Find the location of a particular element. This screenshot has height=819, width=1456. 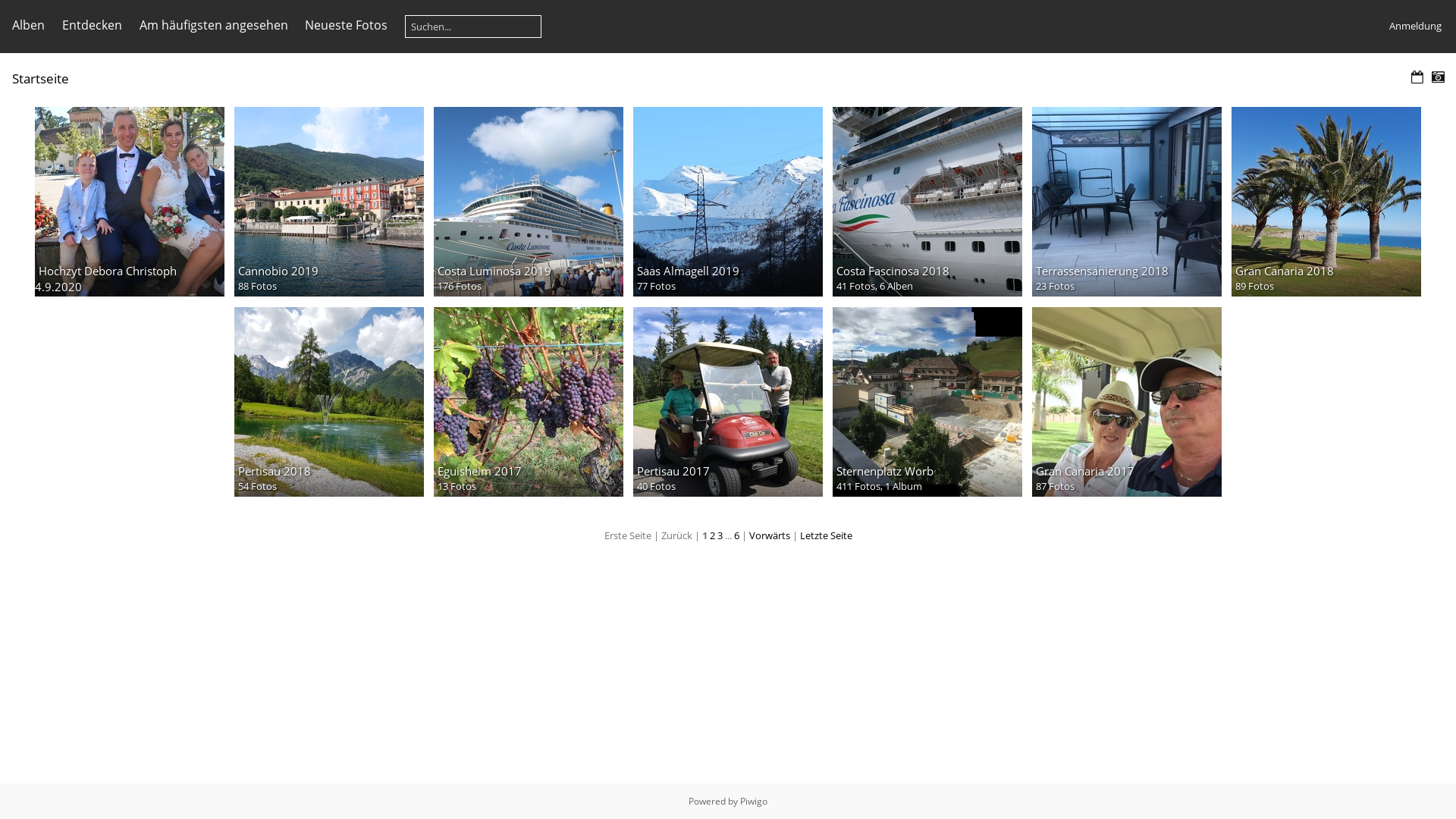

'Gran Canaria 2018 is located at coordinates (1325, 201).